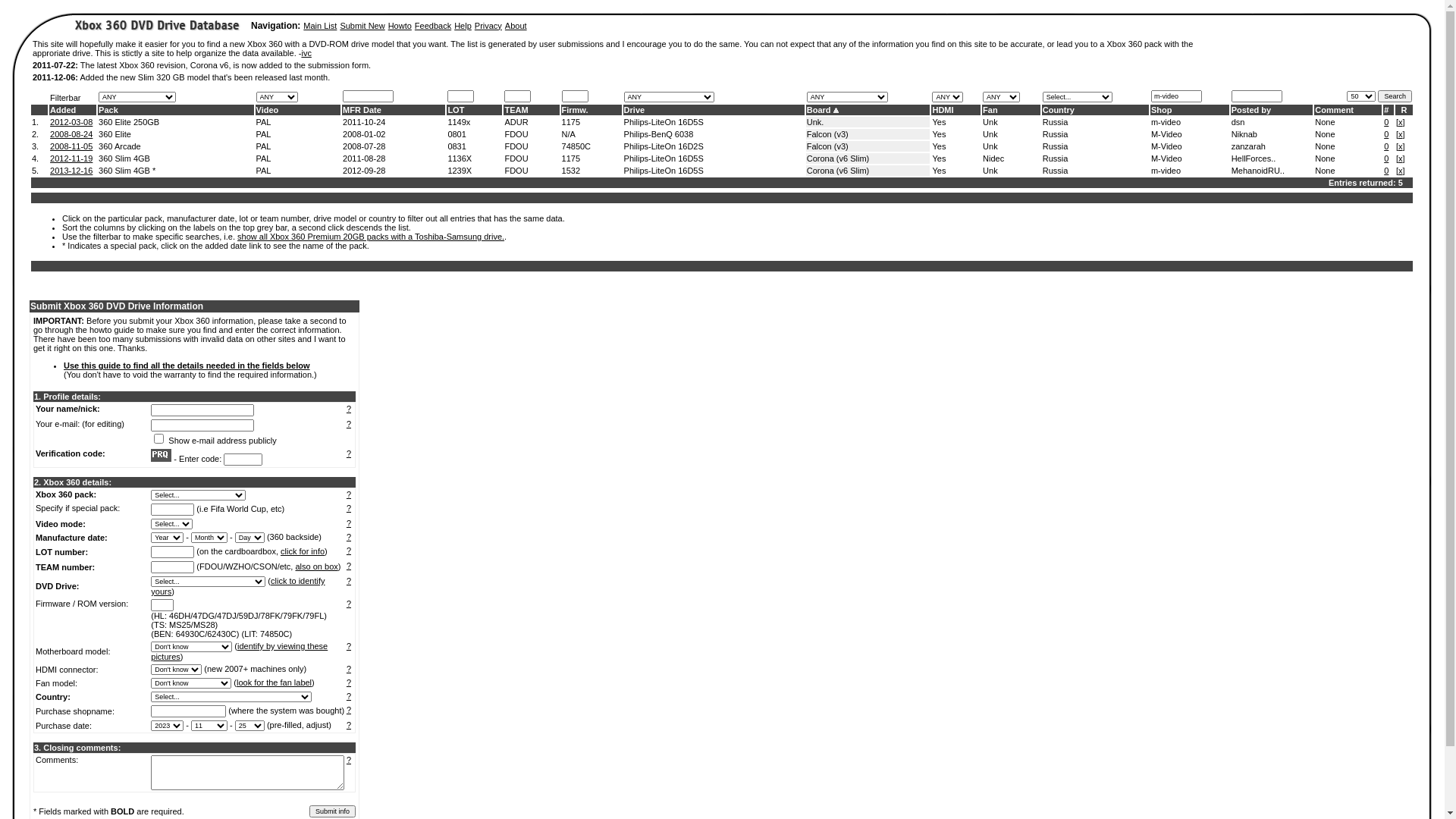 The width and height of the screenshot is (1456, 819). I want to click on 'also on box', so click(315, 566).